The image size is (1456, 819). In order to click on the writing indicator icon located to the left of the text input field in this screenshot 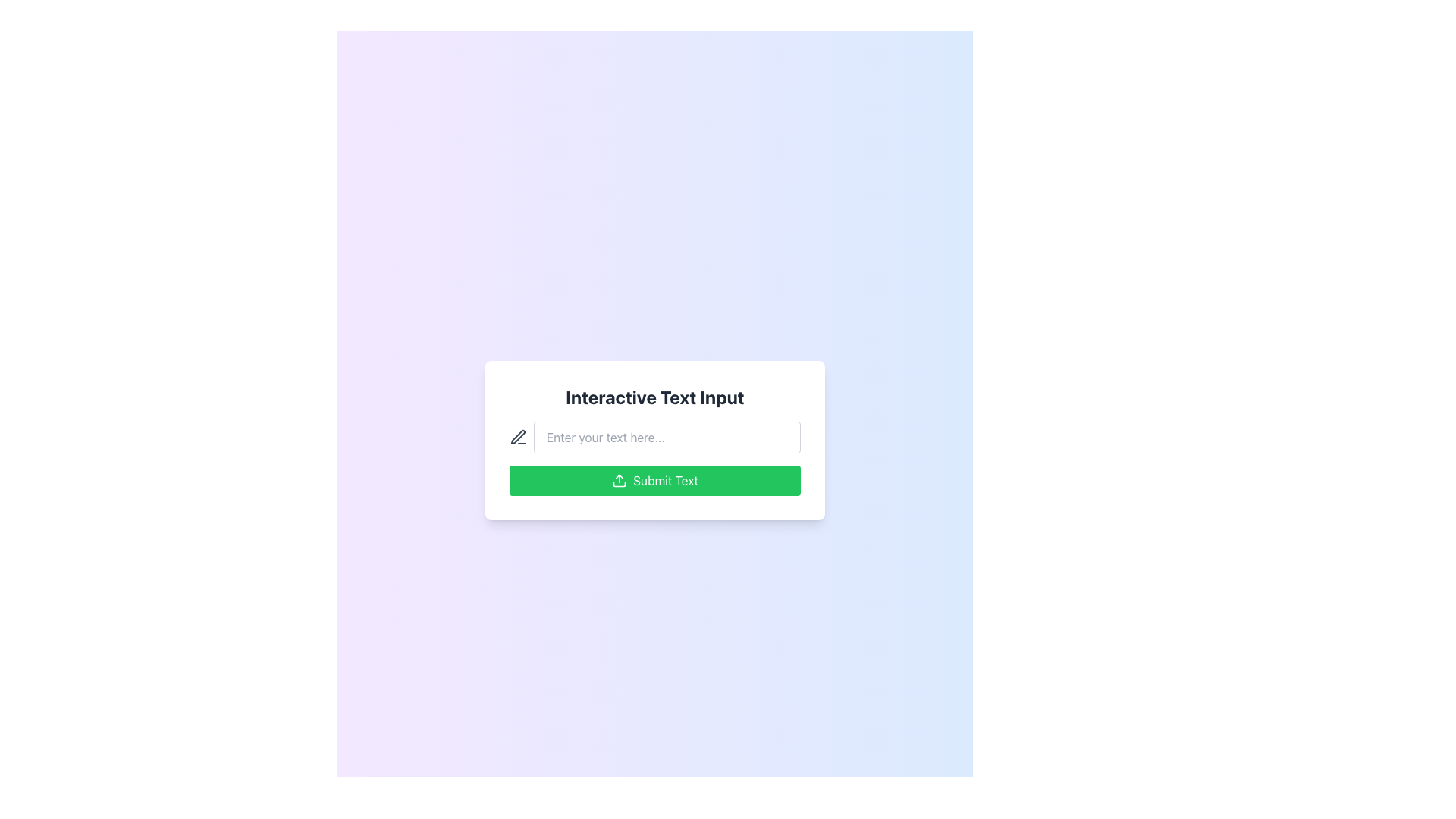, I will do `click(519, 438)`.